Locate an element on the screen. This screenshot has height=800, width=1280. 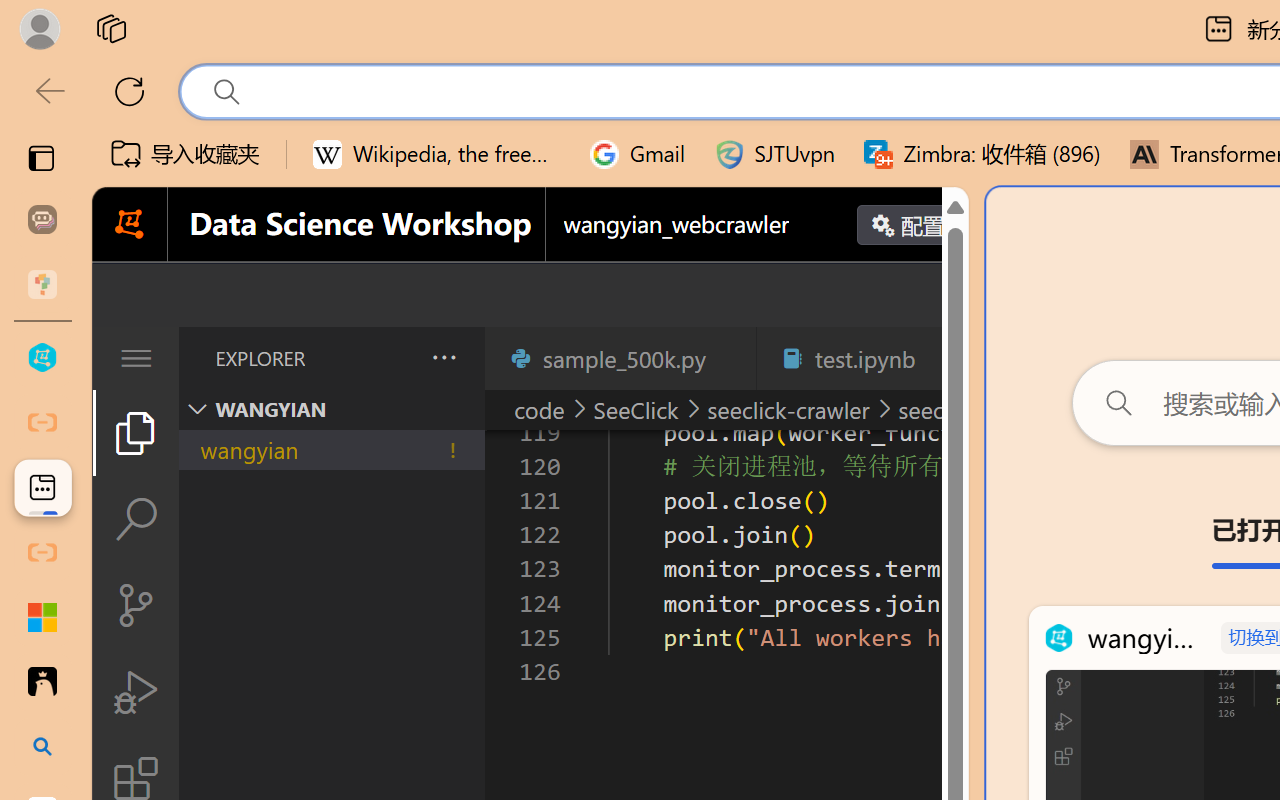
'sample_500k.py' is located at coordinates (619, 358).